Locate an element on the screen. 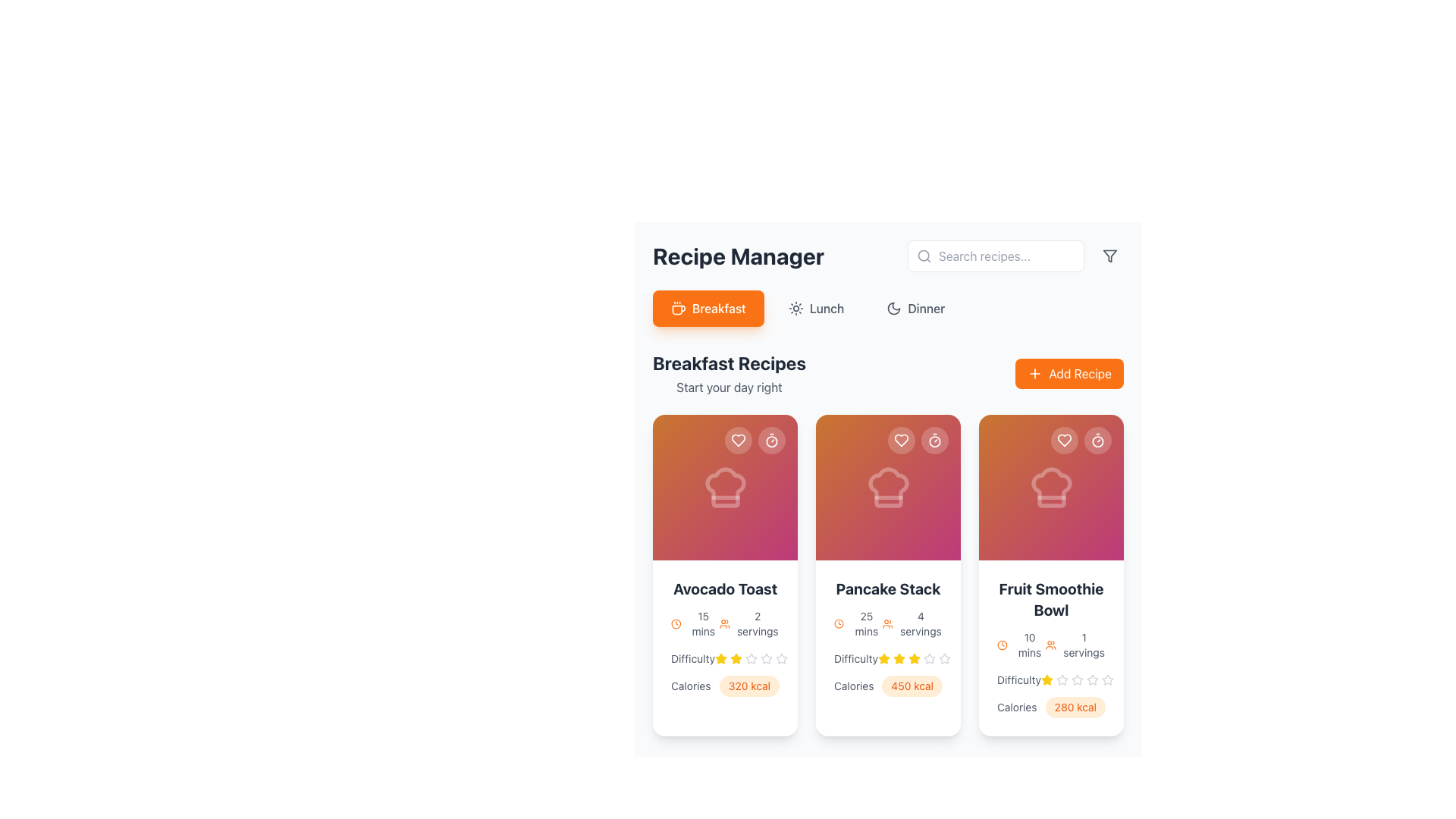 Image resolution: width=1456 pixels, height=819 pixels. the text label that displays the number of servings for the recipe, located in the second card of the grid layout, positioned to the right of the user icon and above the difficulty rating and calorie information is located at coordinates (920, 623).